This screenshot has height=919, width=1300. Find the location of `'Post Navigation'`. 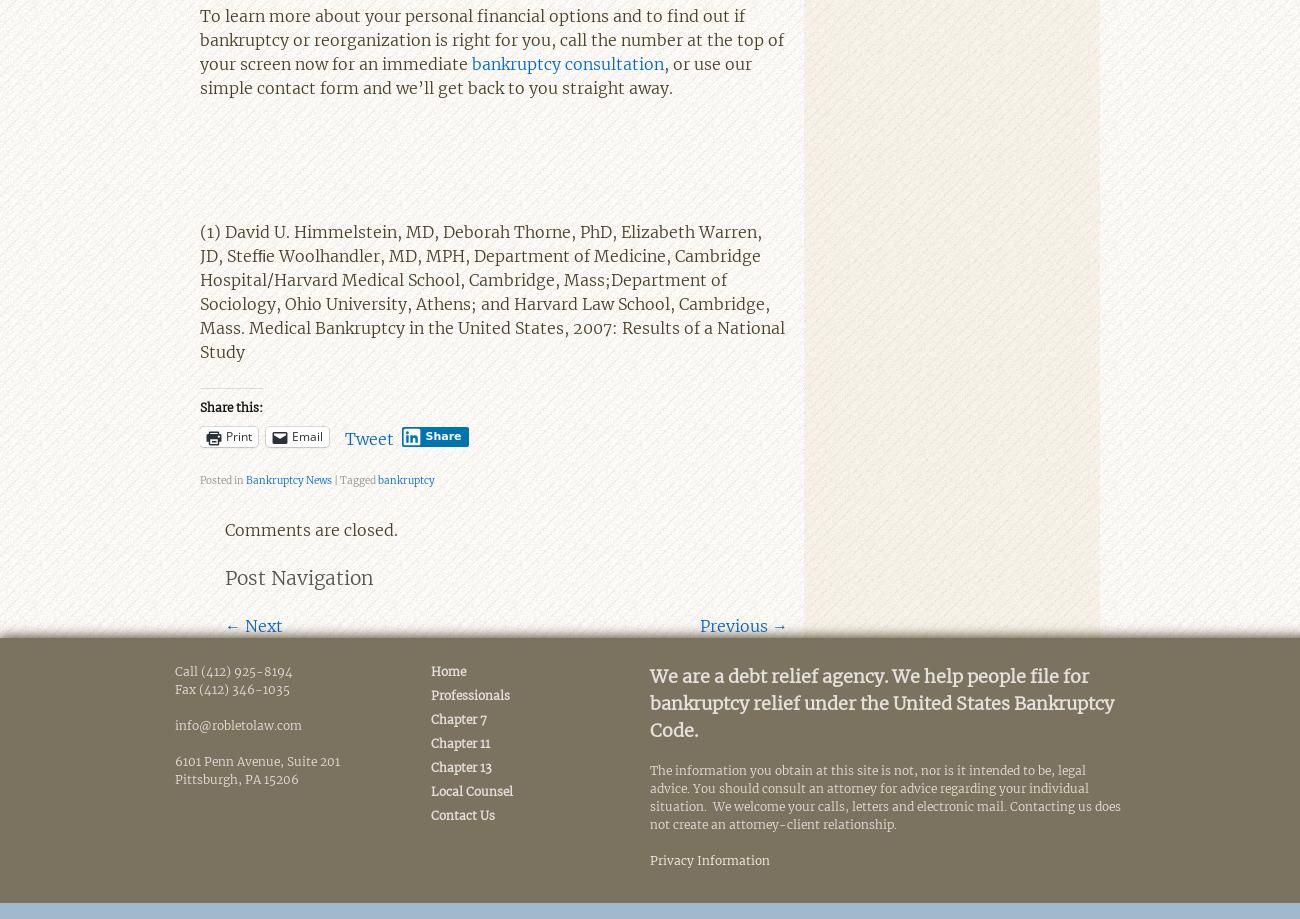

'Post Navigation' is located at coordinates (299, 577).